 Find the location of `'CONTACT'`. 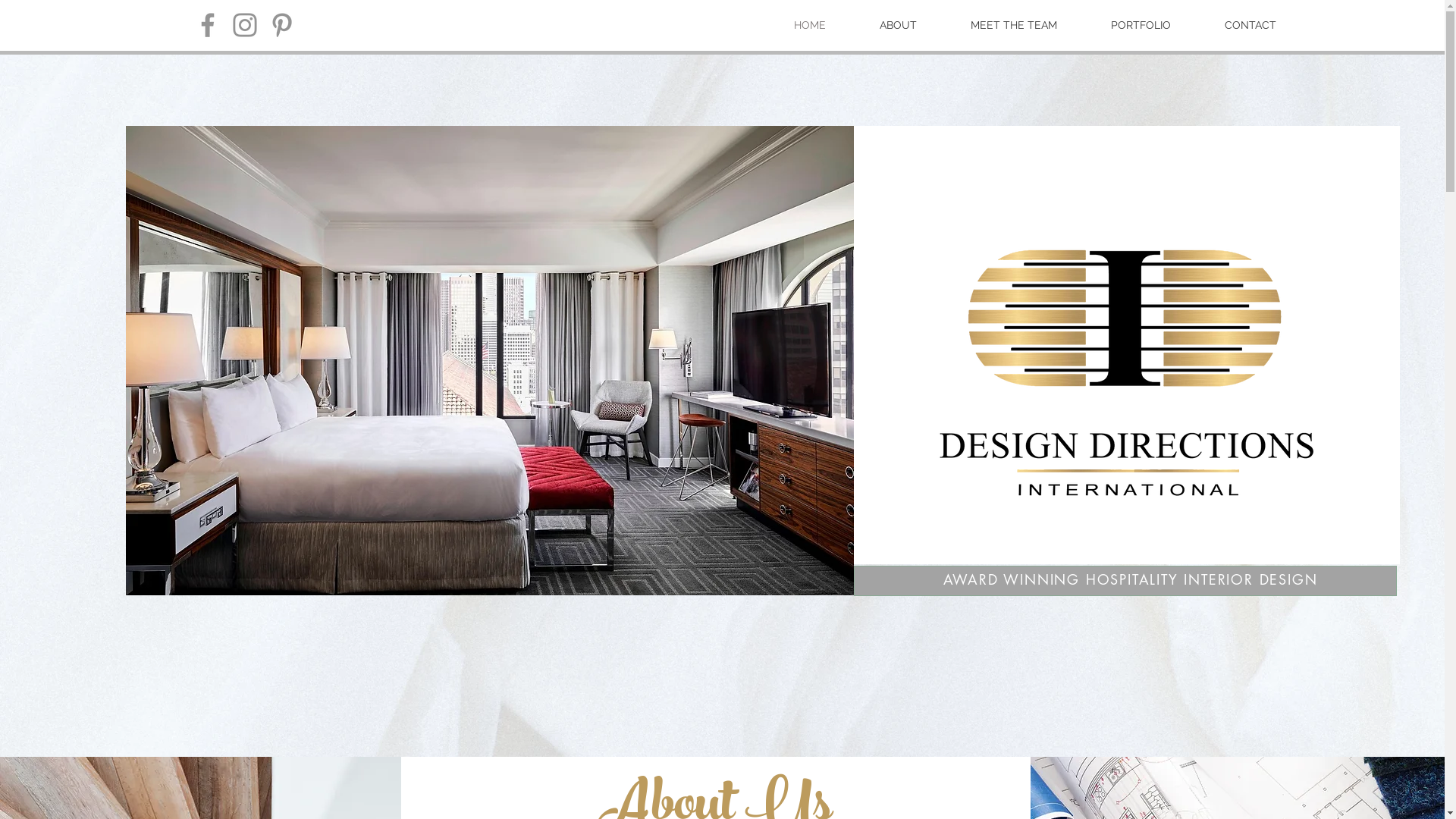

'CONTACT' is located at coordinates (1250, 25).